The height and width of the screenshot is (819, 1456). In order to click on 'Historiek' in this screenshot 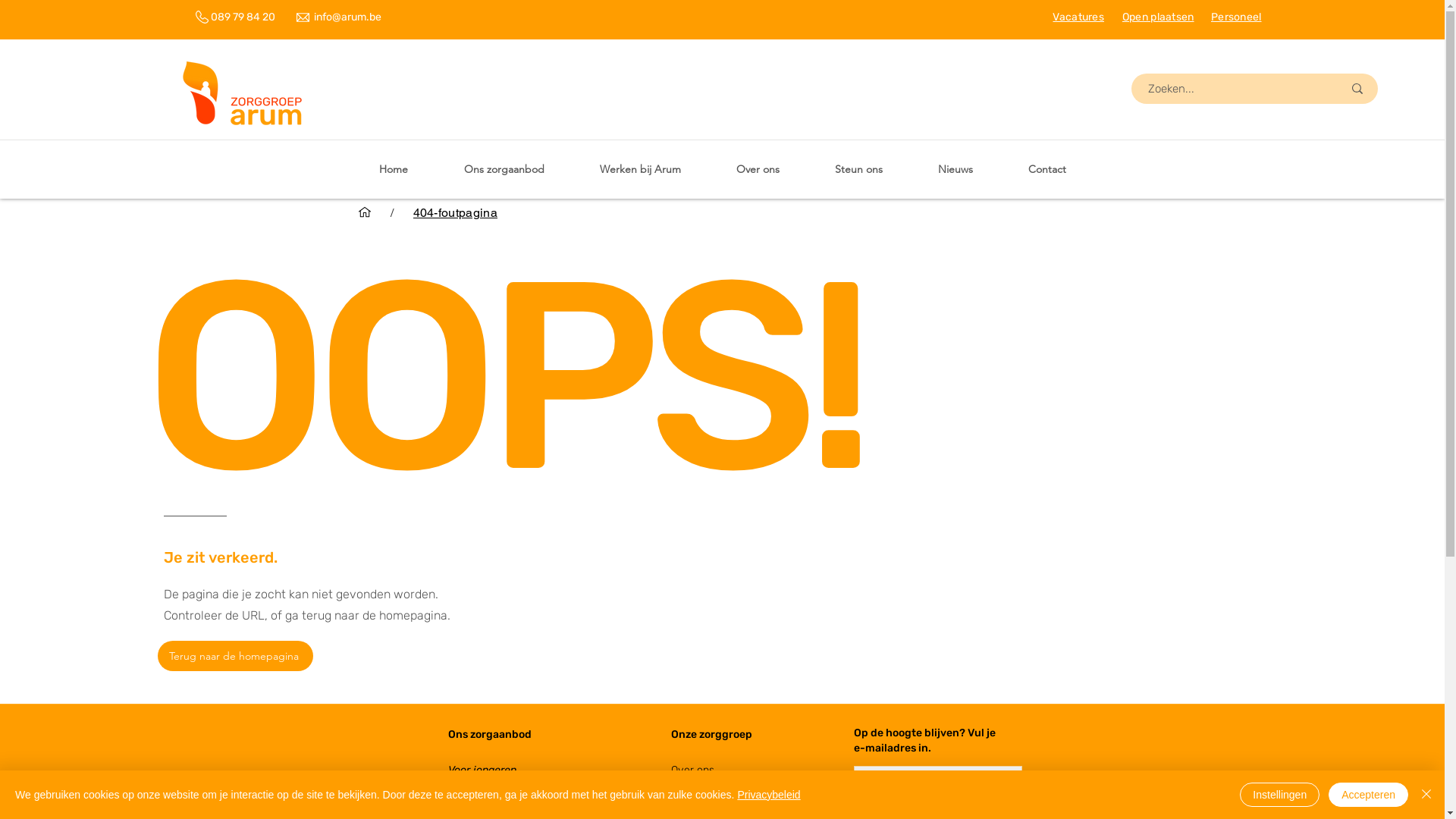, I will do `click(691, 805)`.